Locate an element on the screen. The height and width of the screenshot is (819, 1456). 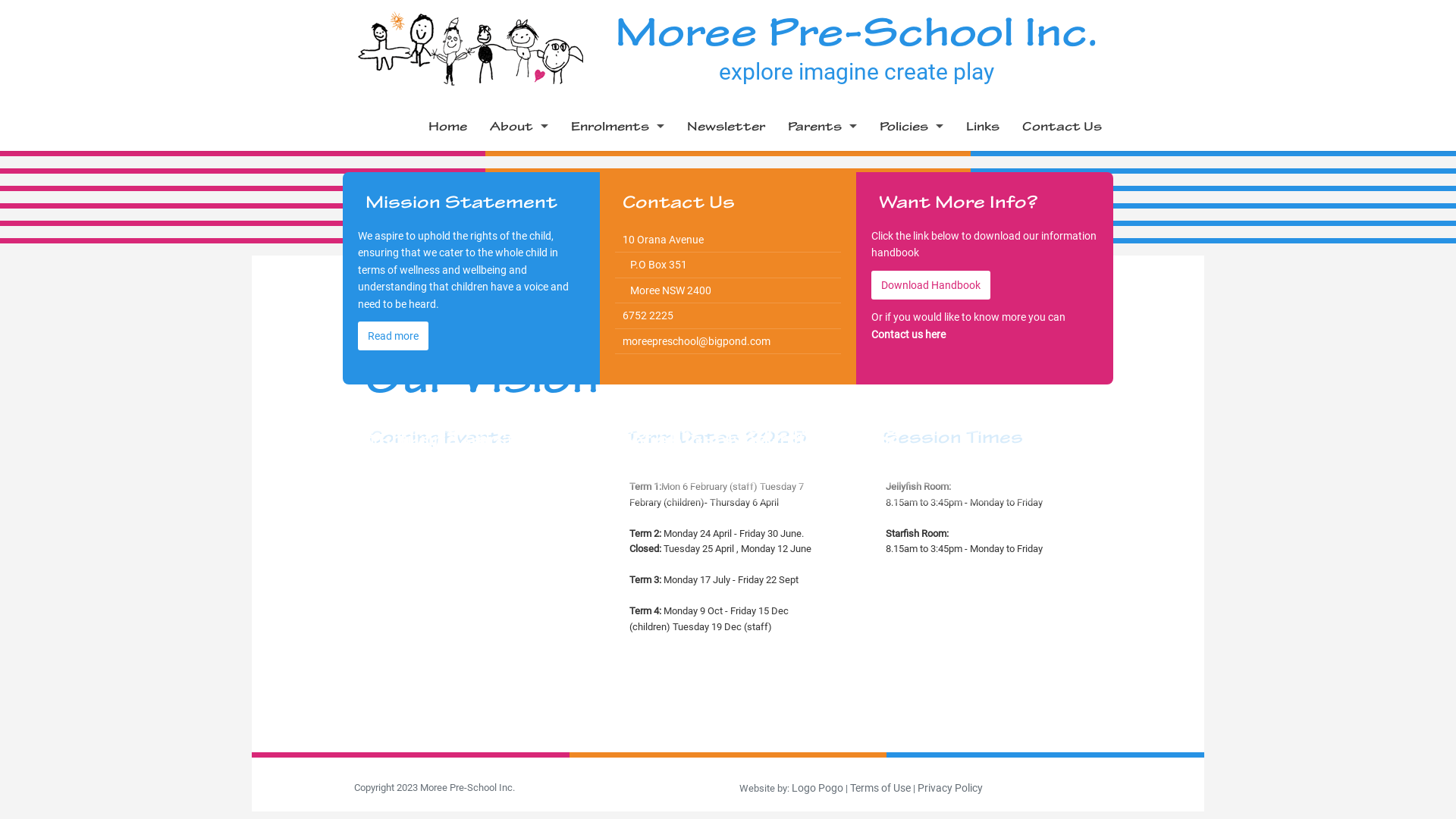
'When you are ready to start at Pre-School' is located at coordinates (821, 398).